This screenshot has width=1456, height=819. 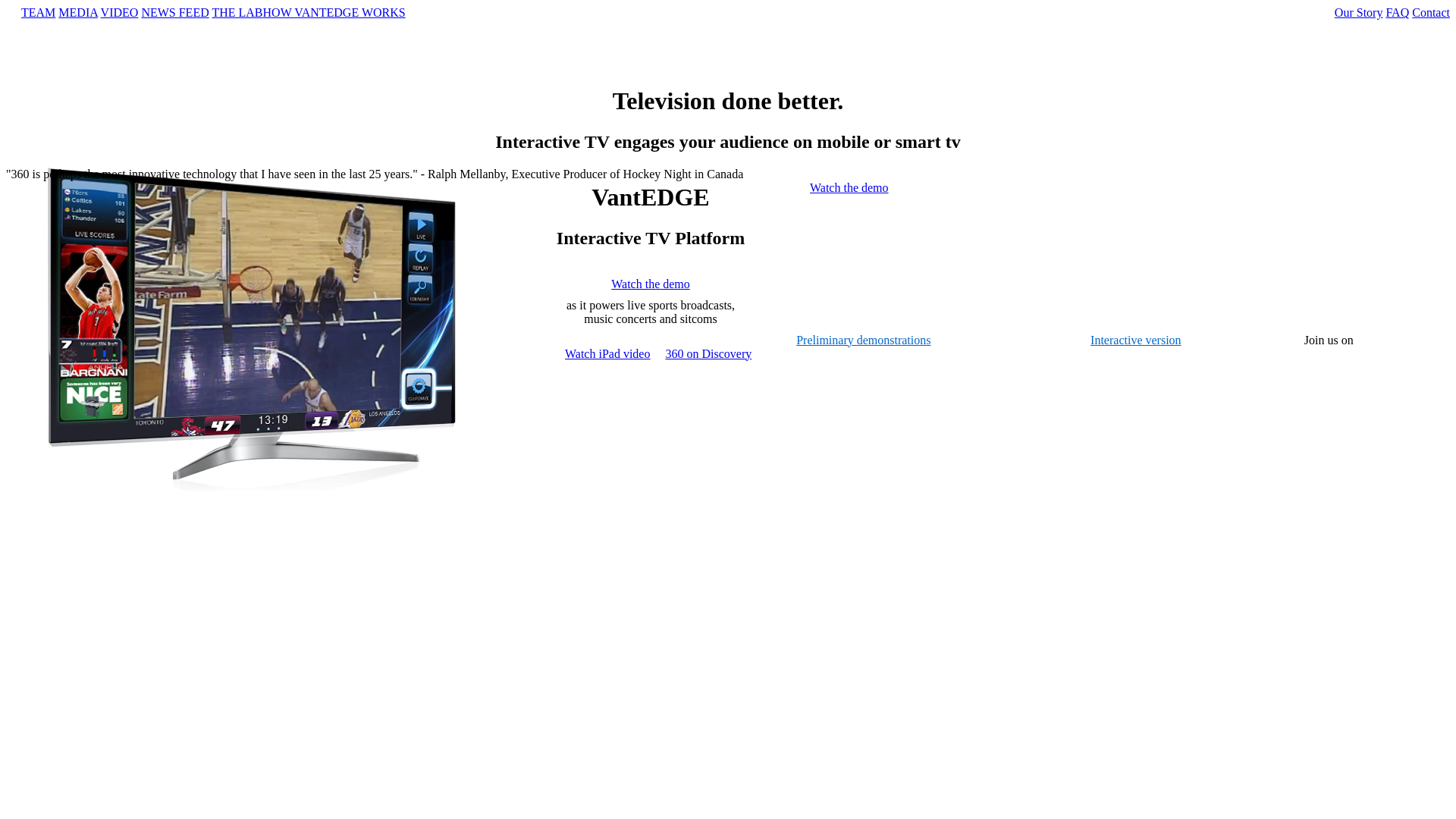 I want to click on '360 on Discovery', so click(x=665, y=353).